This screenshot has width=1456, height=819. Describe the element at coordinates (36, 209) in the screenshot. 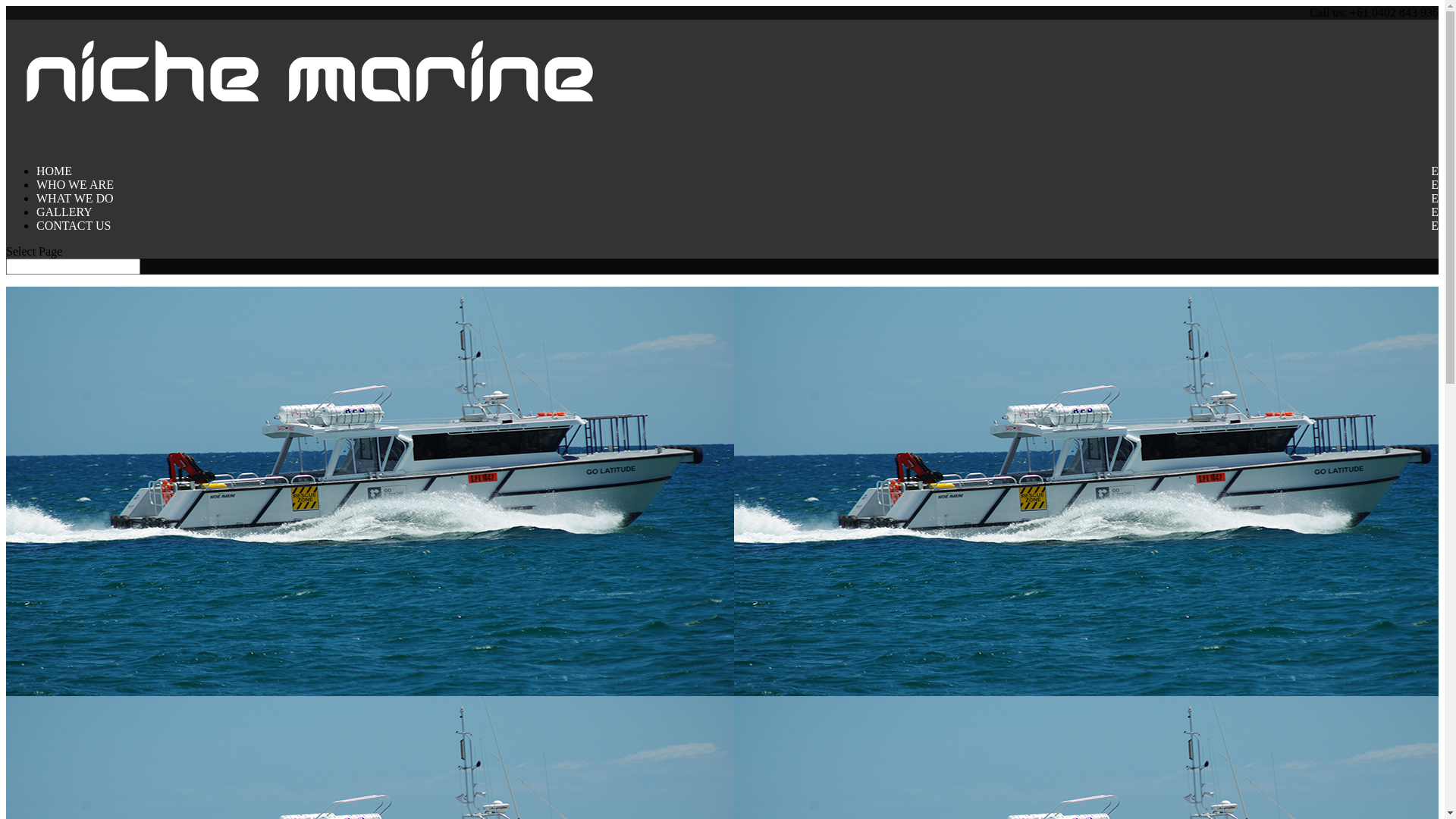

I see `'WHAT WE DO'` at that location.